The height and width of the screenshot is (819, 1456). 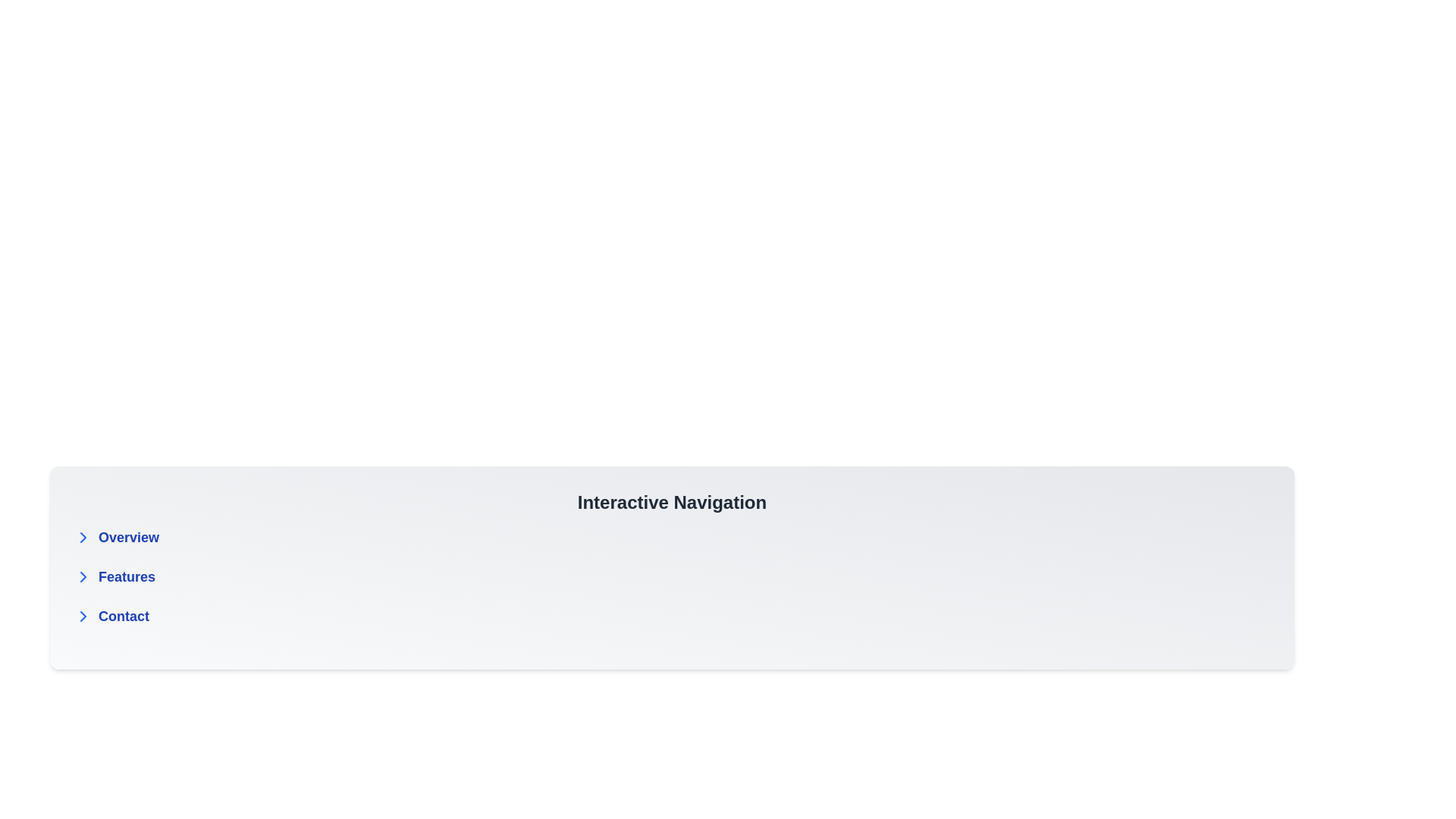 What do you see at coordinates (671, 503) in the screenshot?
I see `the Text Heading element that serves as the title for the section, positioned above the navigation links 'Overview', 'Features', and 'Contact'` at bounding box center [671, 503].